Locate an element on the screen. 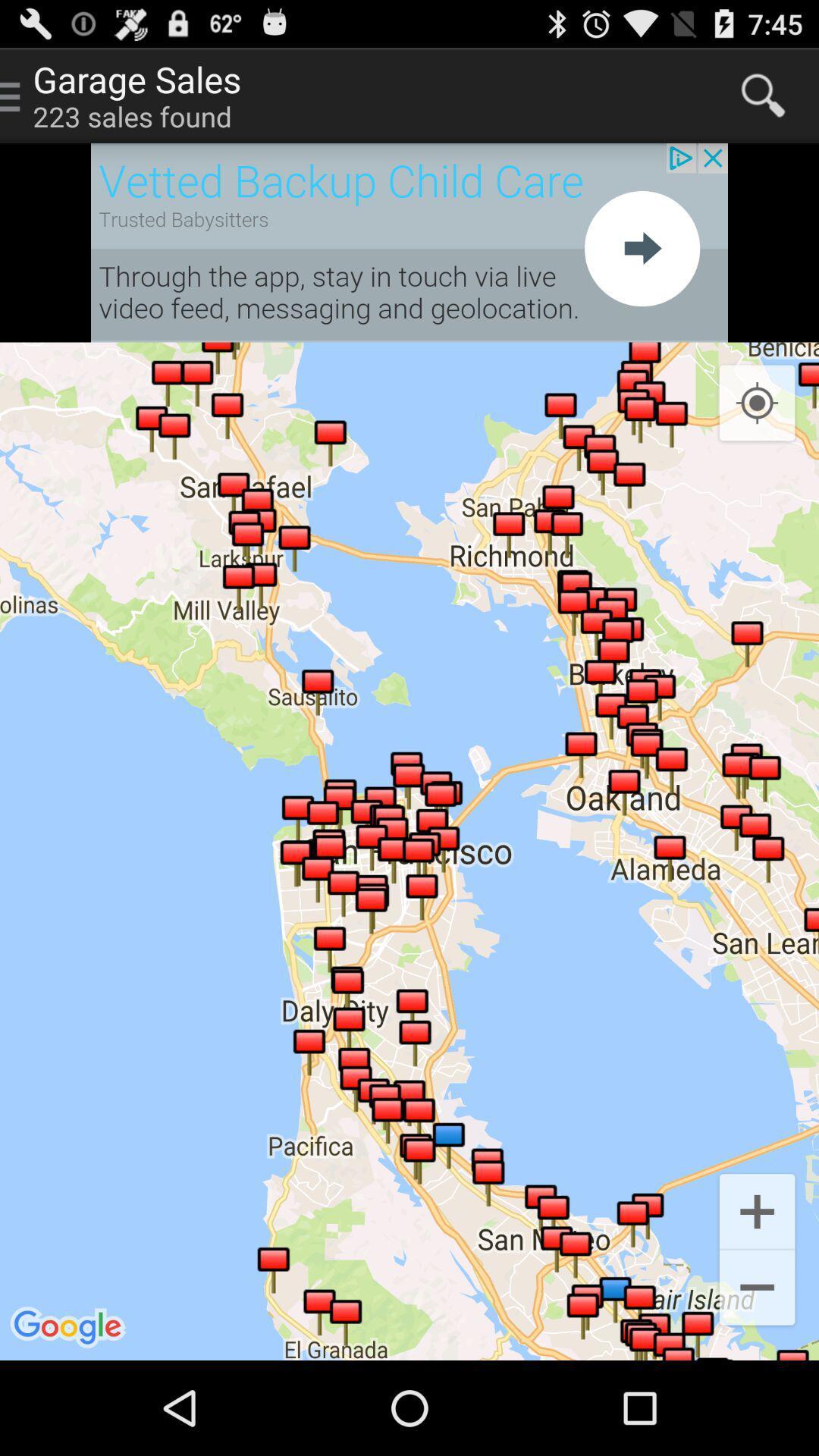 The height and width of the screenshot is (1456, 819). the add icon is located at coordinates (757, 1294).